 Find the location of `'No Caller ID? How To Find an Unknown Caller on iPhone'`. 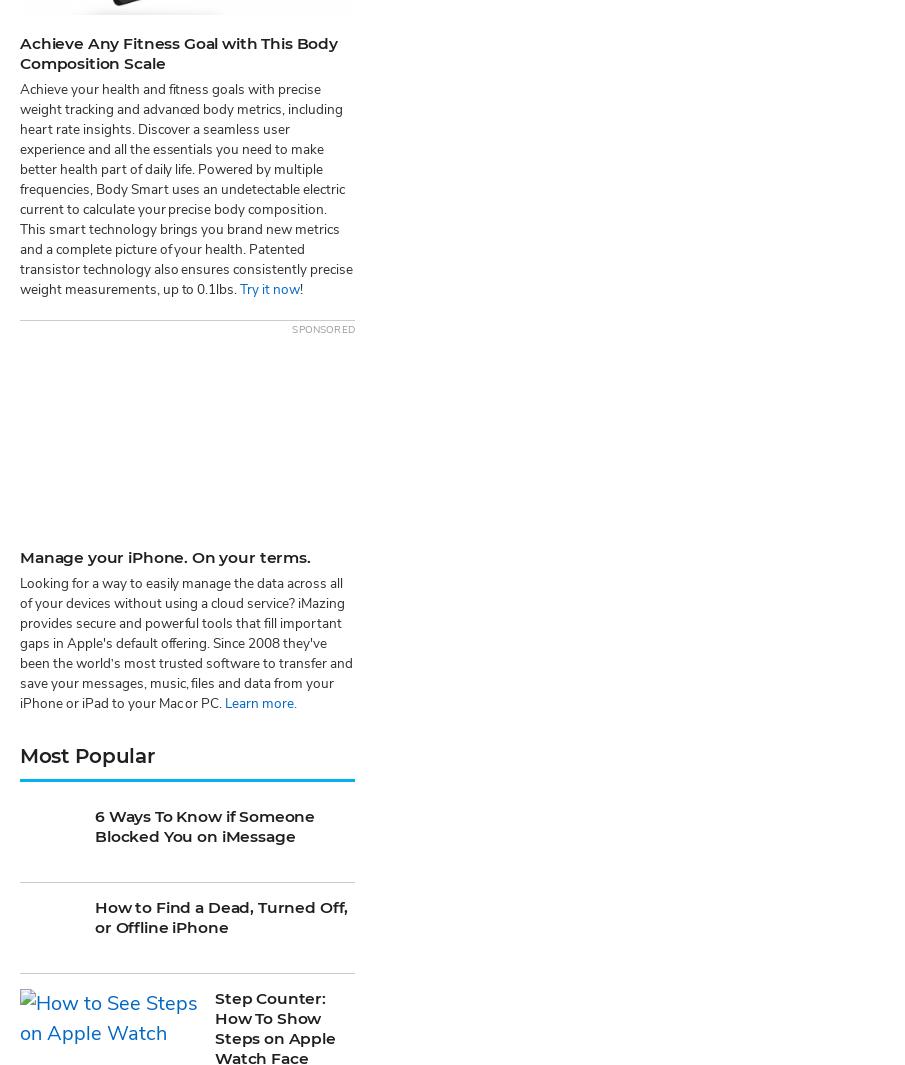

'No Caller ID? How To Find an Unknown Caller on iPhone' is located at coordinates (214, 551).